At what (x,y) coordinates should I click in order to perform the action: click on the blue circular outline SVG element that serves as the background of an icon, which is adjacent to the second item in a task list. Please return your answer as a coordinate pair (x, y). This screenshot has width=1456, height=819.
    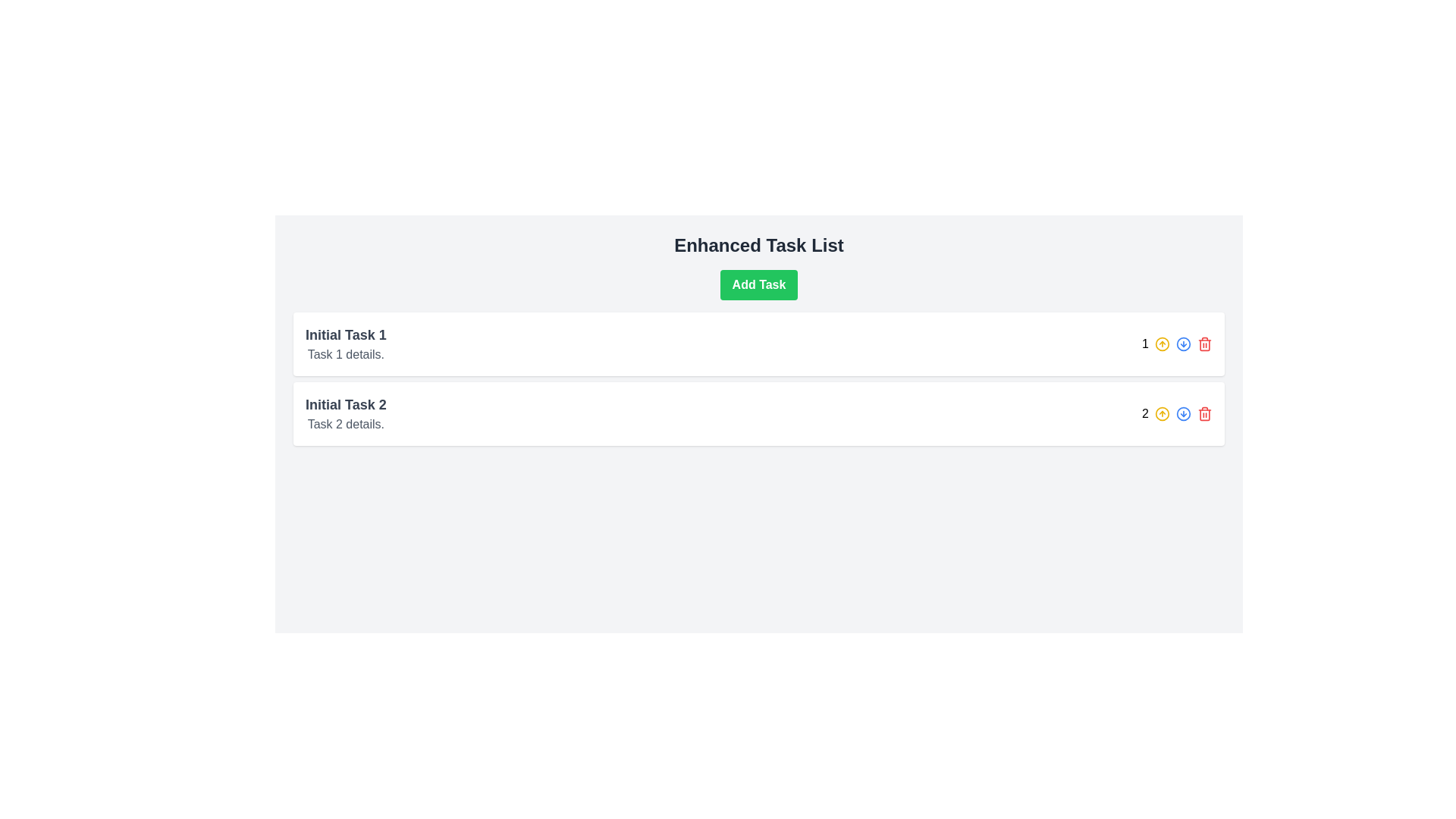
    Looking at the image, I should click on (1182, 414).